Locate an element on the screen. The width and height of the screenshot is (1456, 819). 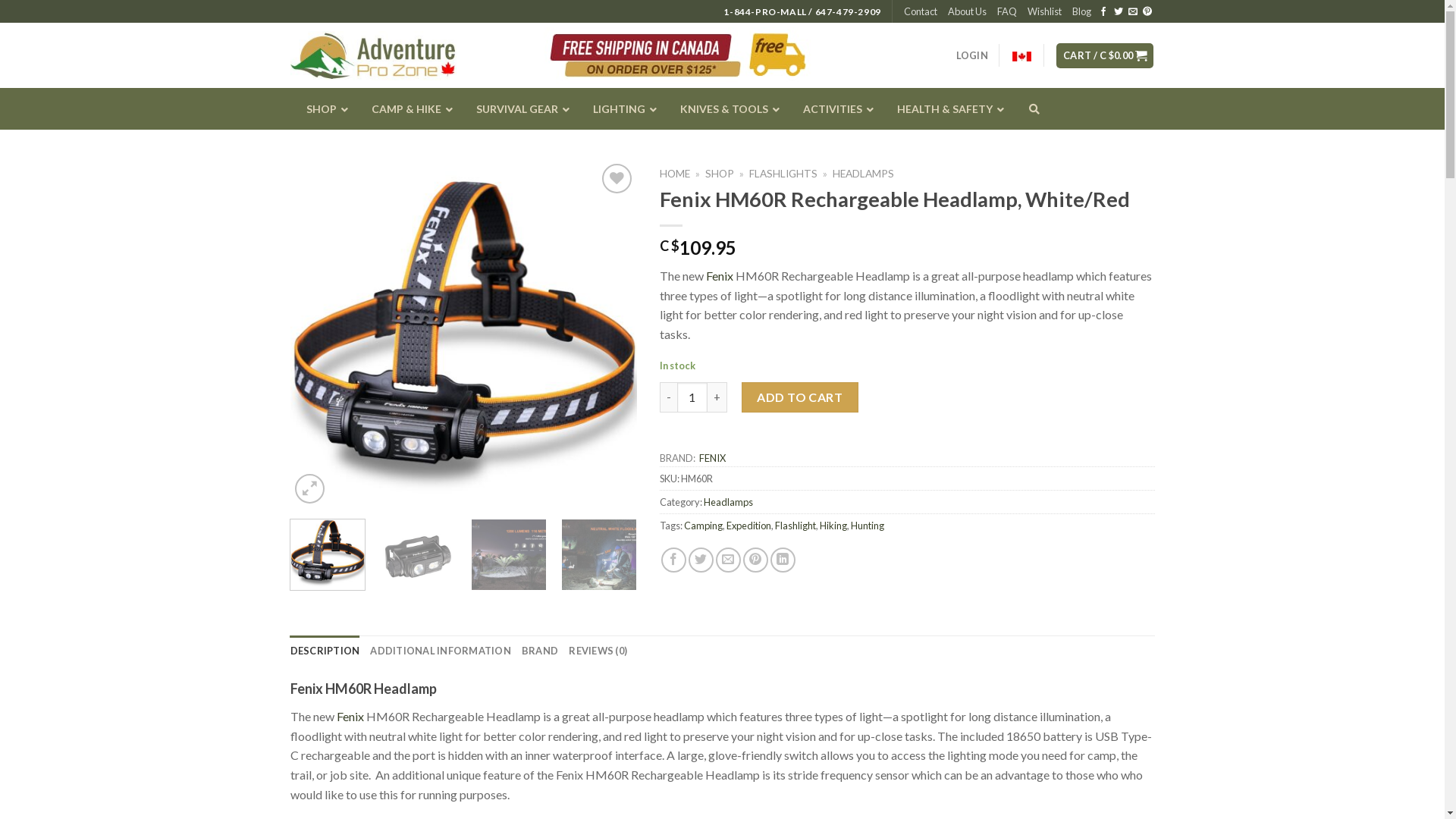
'BRAND' is located at coordinates (539, 649).